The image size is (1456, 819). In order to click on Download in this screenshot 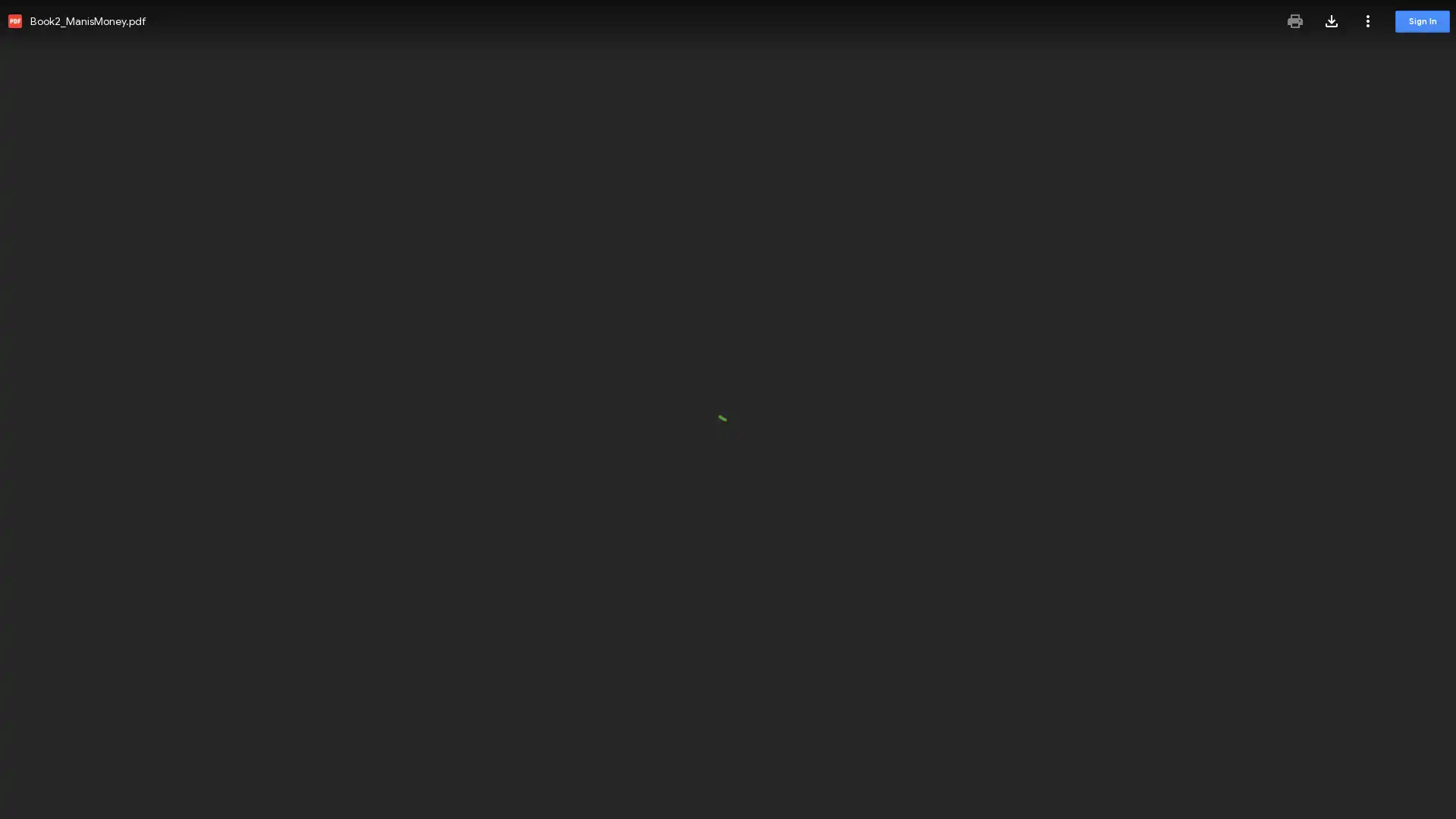, I will do `click(1331, 20)`.